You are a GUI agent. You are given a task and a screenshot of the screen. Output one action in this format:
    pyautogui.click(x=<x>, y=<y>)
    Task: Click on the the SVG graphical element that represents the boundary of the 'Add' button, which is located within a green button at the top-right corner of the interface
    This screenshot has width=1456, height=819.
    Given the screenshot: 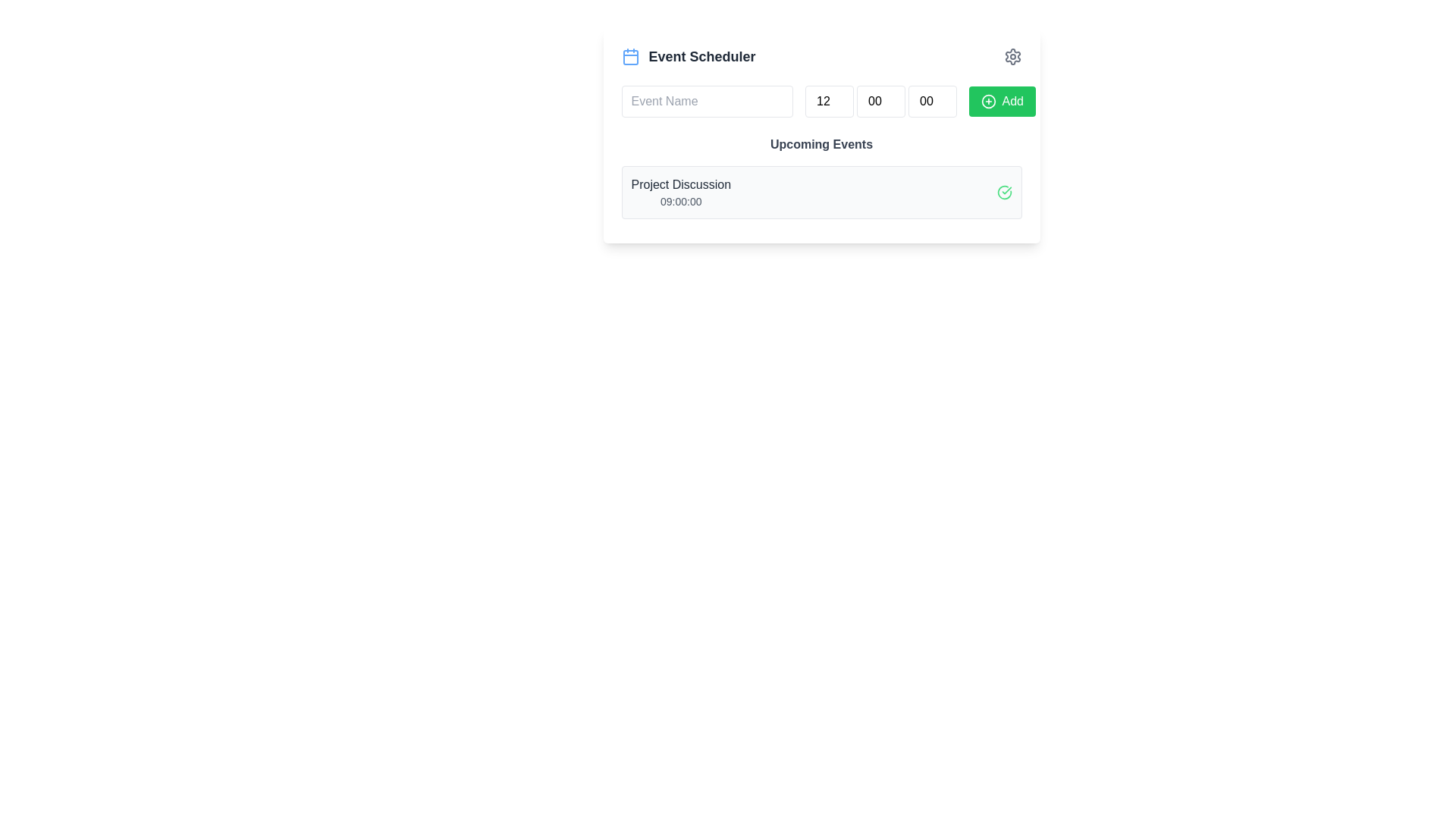 What is the action you would take?
    pyautogui.click(x=988, y=102)
    